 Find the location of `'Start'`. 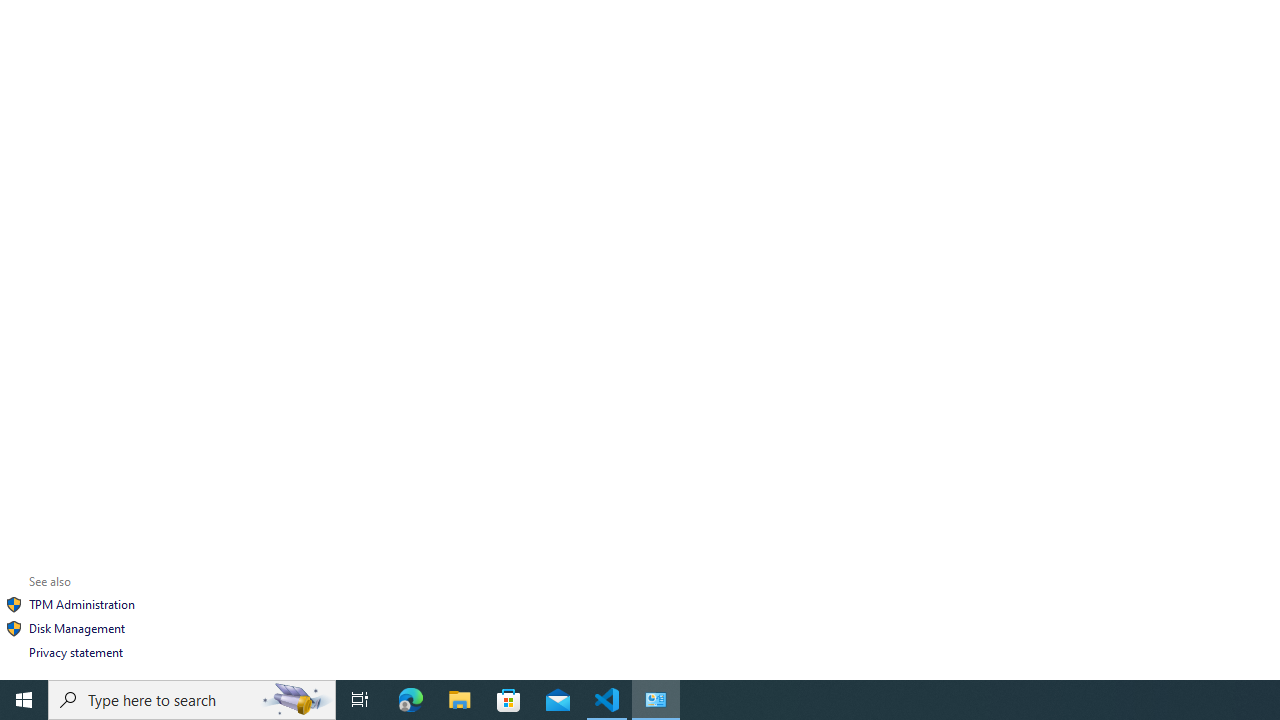

'Start' is located at coordinates (24, 698).